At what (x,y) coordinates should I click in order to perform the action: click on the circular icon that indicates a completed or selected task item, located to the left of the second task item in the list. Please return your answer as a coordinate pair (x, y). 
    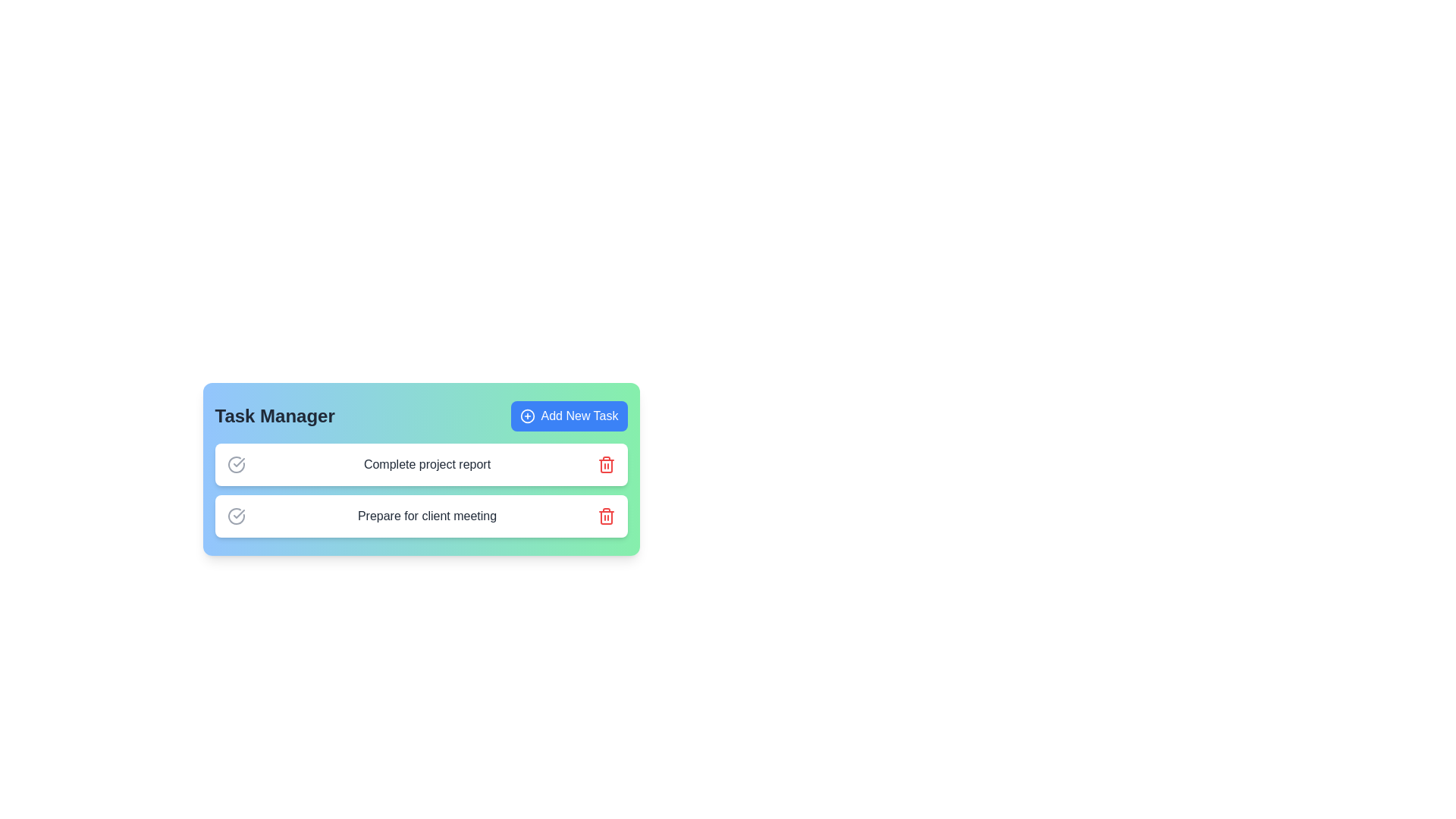
    Looking at the image, I should click on (238, 461).